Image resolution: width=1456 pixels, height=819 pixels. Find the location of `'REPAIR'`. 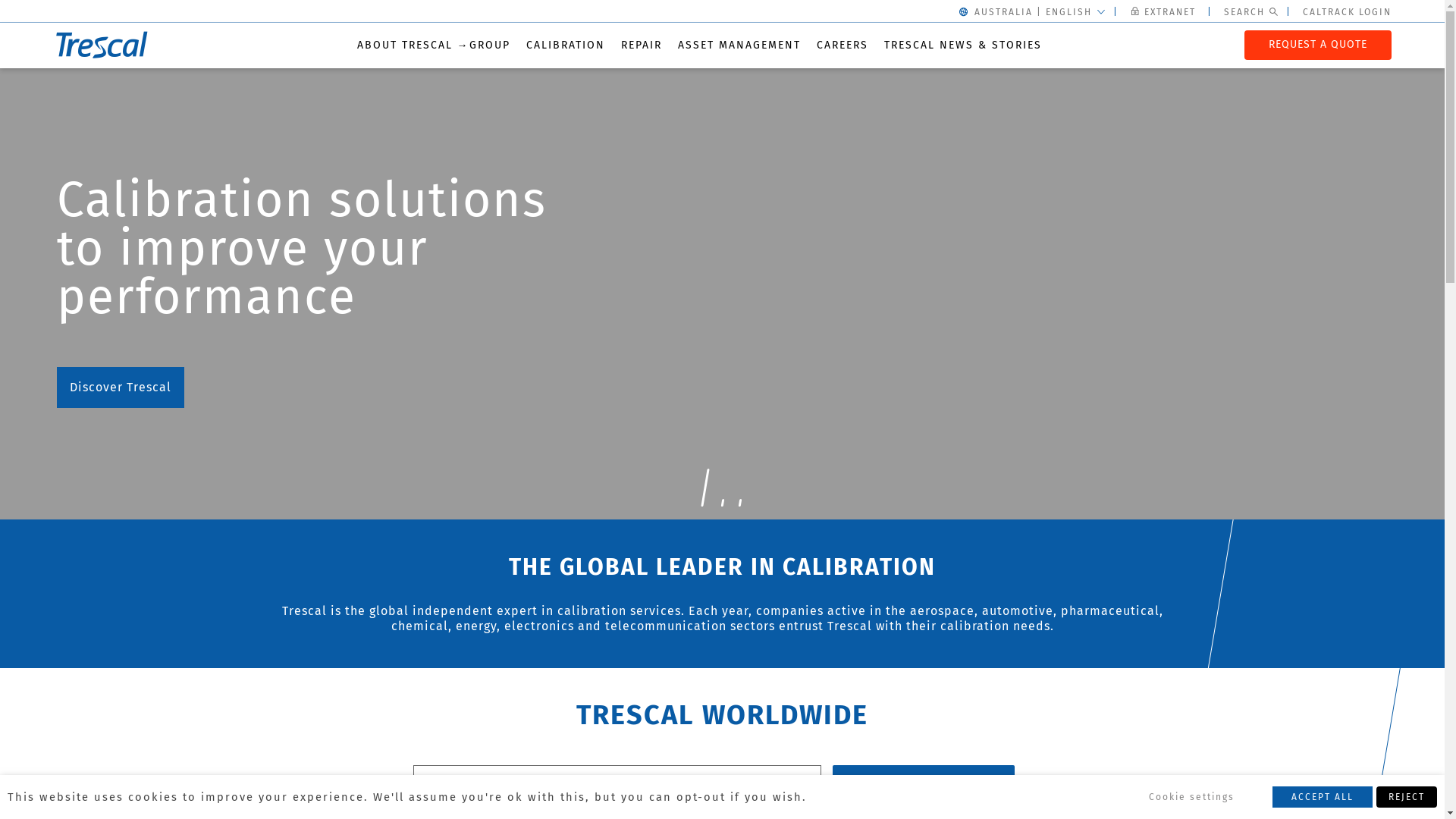

'REPAIR' is located at coordinates (640, 44).